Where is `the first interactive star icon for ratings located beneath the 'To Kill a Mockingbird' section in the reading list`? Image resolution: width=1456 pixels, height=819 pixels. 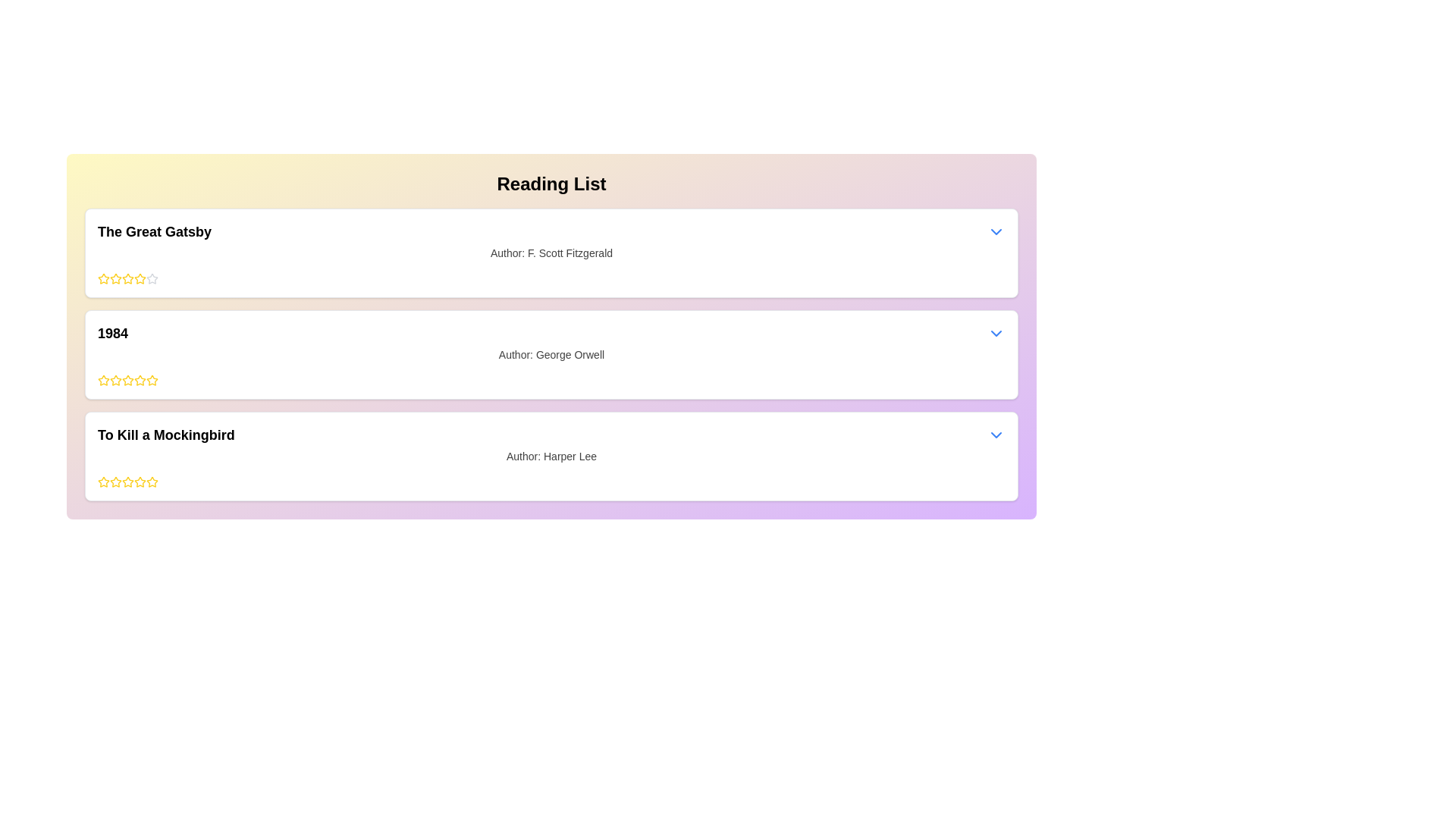 the first interactive star icon for ratings located beneath the 'To Kill a Mockingbird' section in the reading list is located at coordinates (103, 482).